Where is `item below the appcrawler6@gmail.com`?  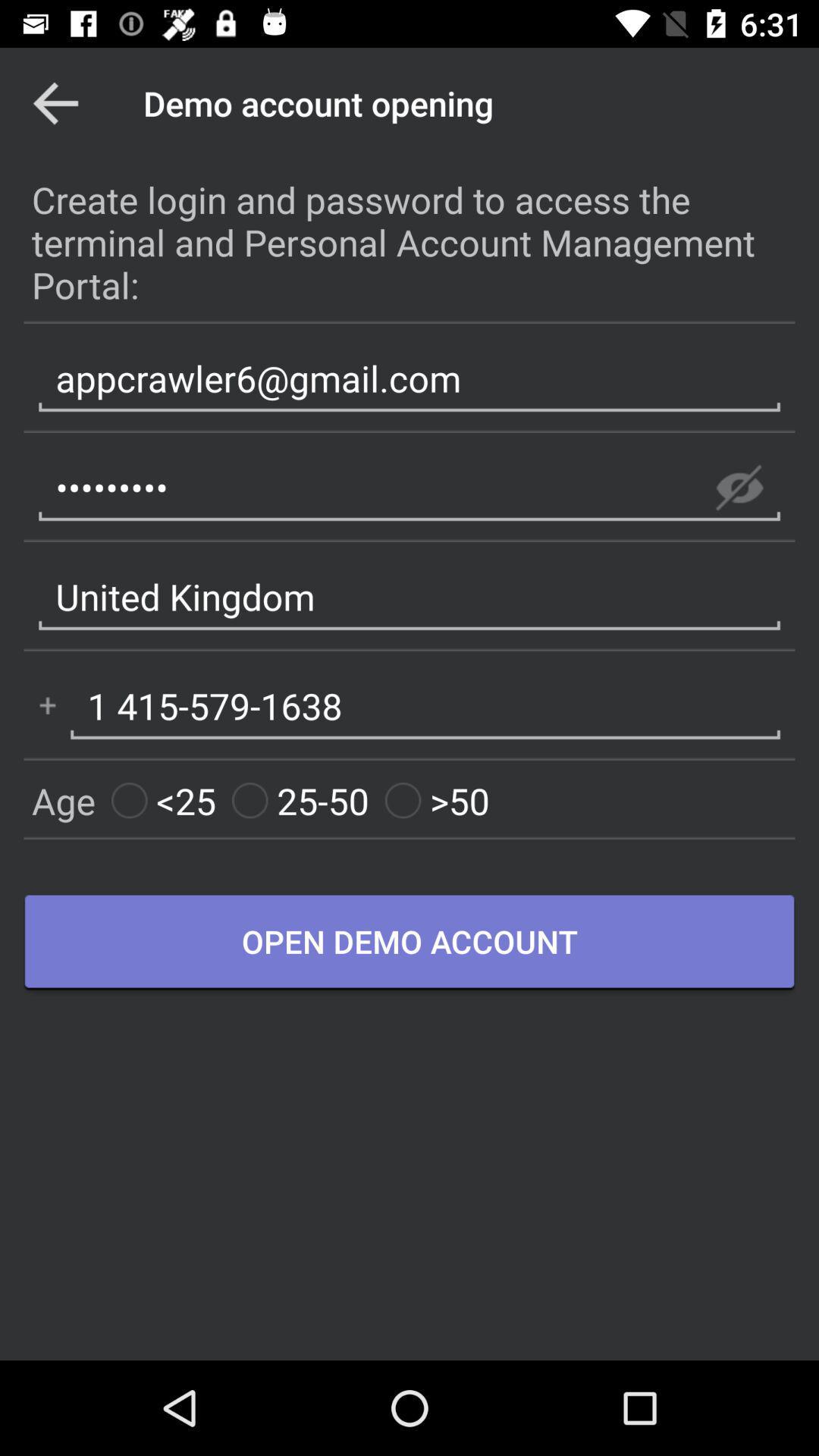 item below the appcrawler6@gmail.com is located at coordinates (739, 488).